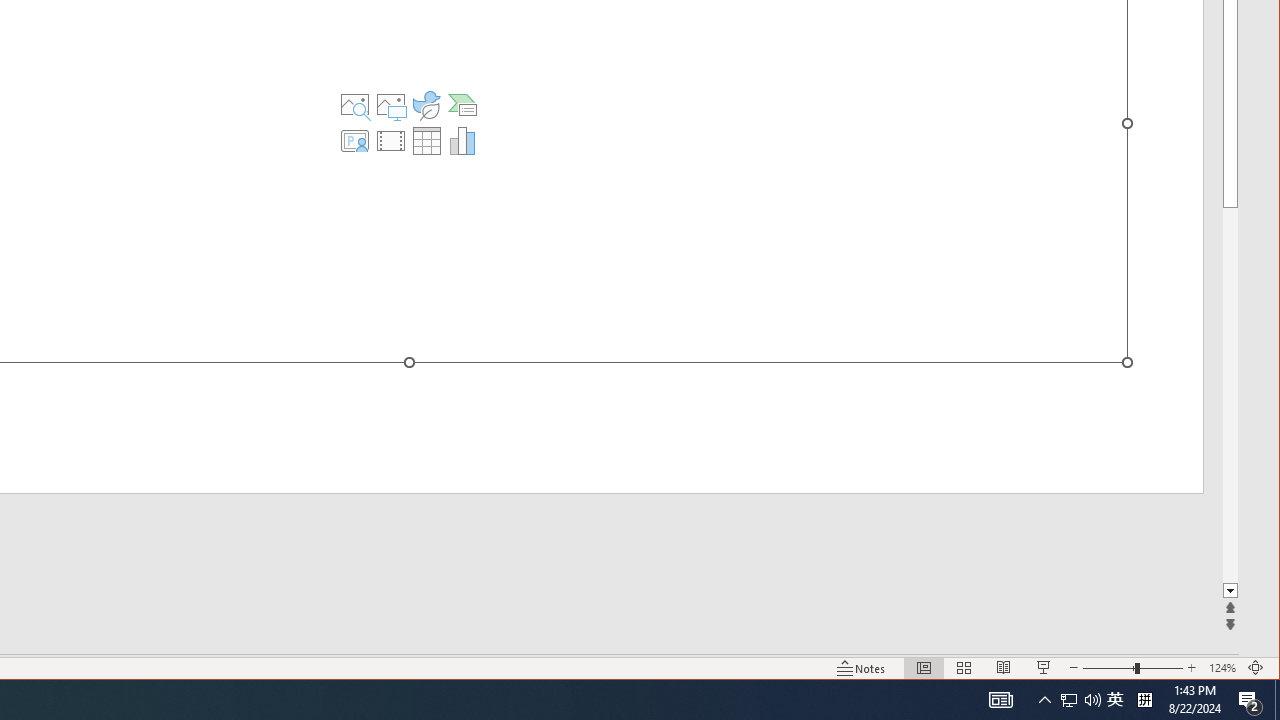 This screenshot has width=1280, height=720. I want to click on 'Zoom', so click(1132, 668).